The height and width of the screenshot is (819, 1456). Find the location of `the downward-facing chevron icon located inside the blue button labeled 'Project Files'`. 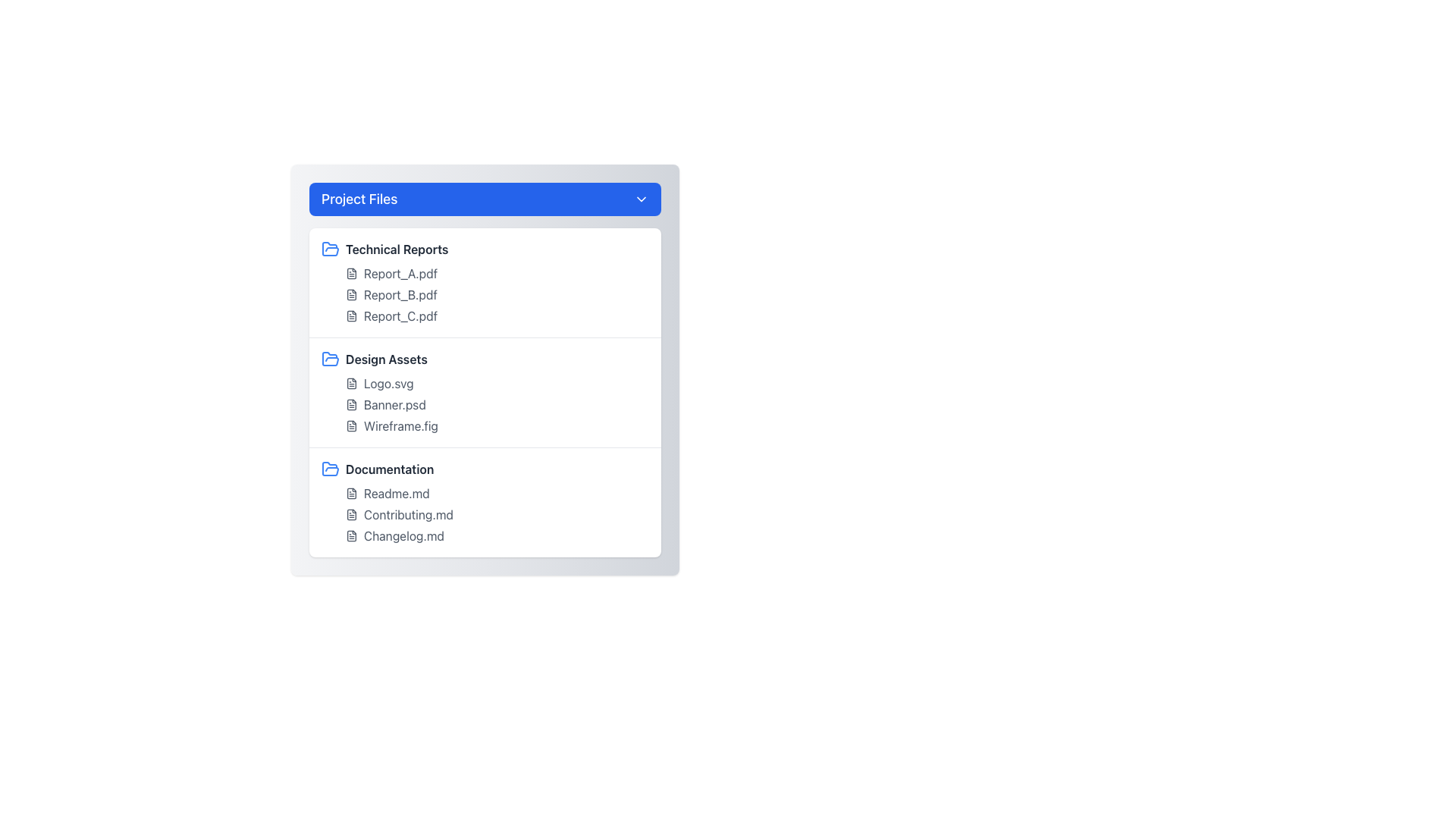

the downward-facing chevron icon located inside the blue button labeled 'Project Files' is located at coordinates (641, 198).